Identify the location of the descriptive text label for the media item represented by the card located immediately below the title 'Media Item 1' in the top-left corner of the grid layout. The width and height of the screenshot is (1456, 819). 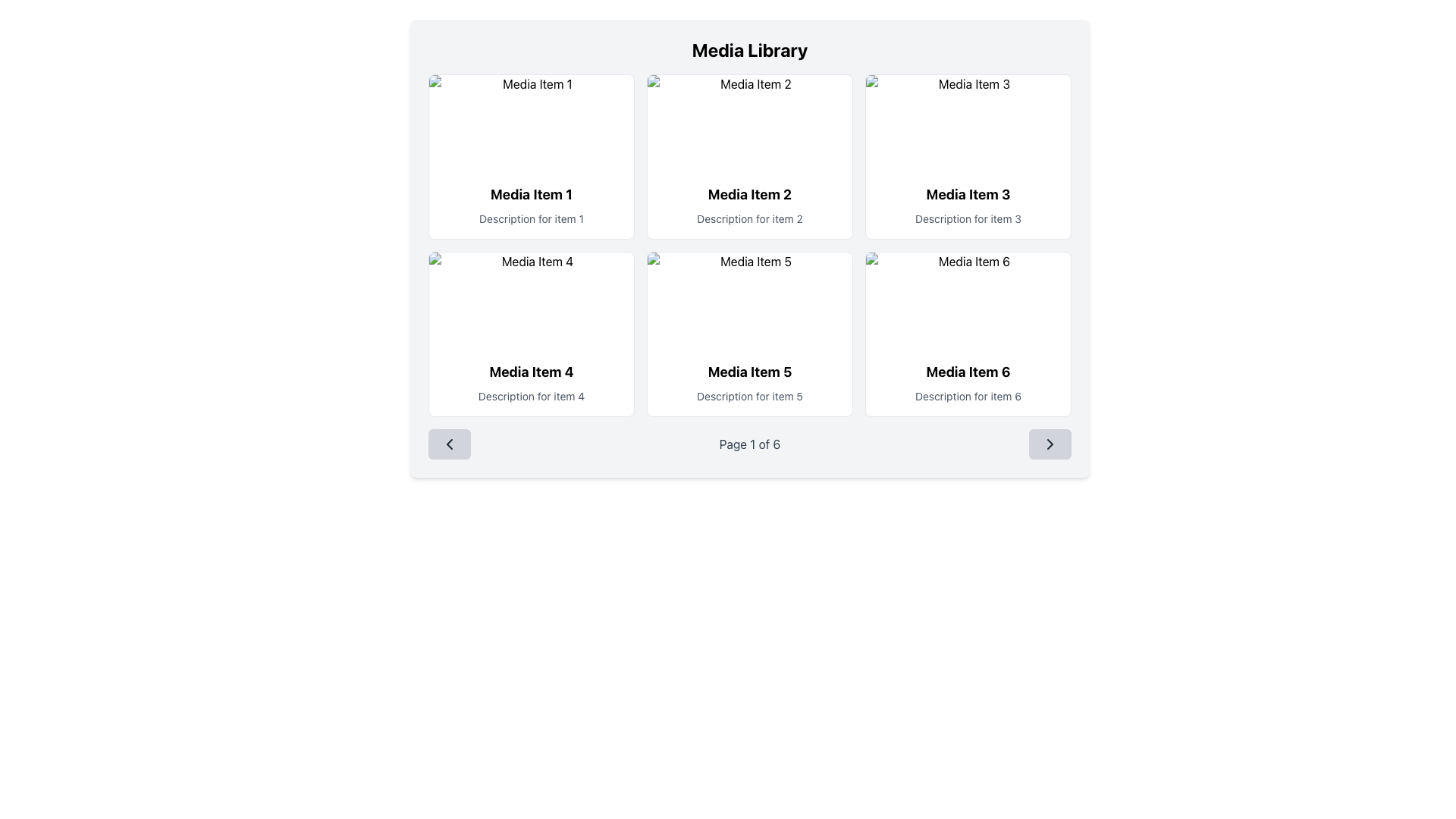
(531, 219).